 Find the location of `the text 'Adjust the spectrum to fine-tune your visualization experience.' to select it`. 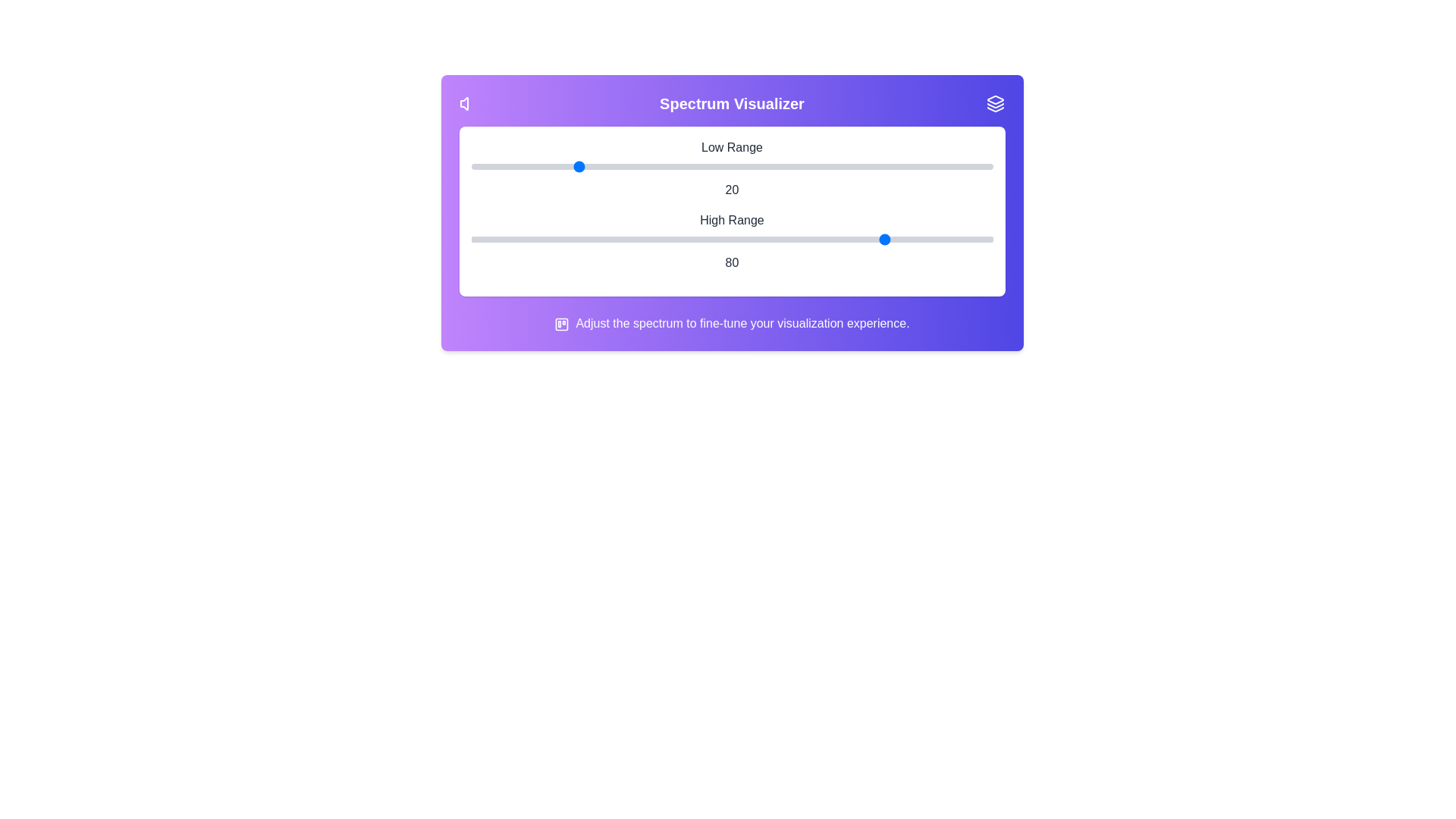

the text 'Adjust the spectrum to fine-tune your visualization experience.' to select it is located at coordinates (732, 323).